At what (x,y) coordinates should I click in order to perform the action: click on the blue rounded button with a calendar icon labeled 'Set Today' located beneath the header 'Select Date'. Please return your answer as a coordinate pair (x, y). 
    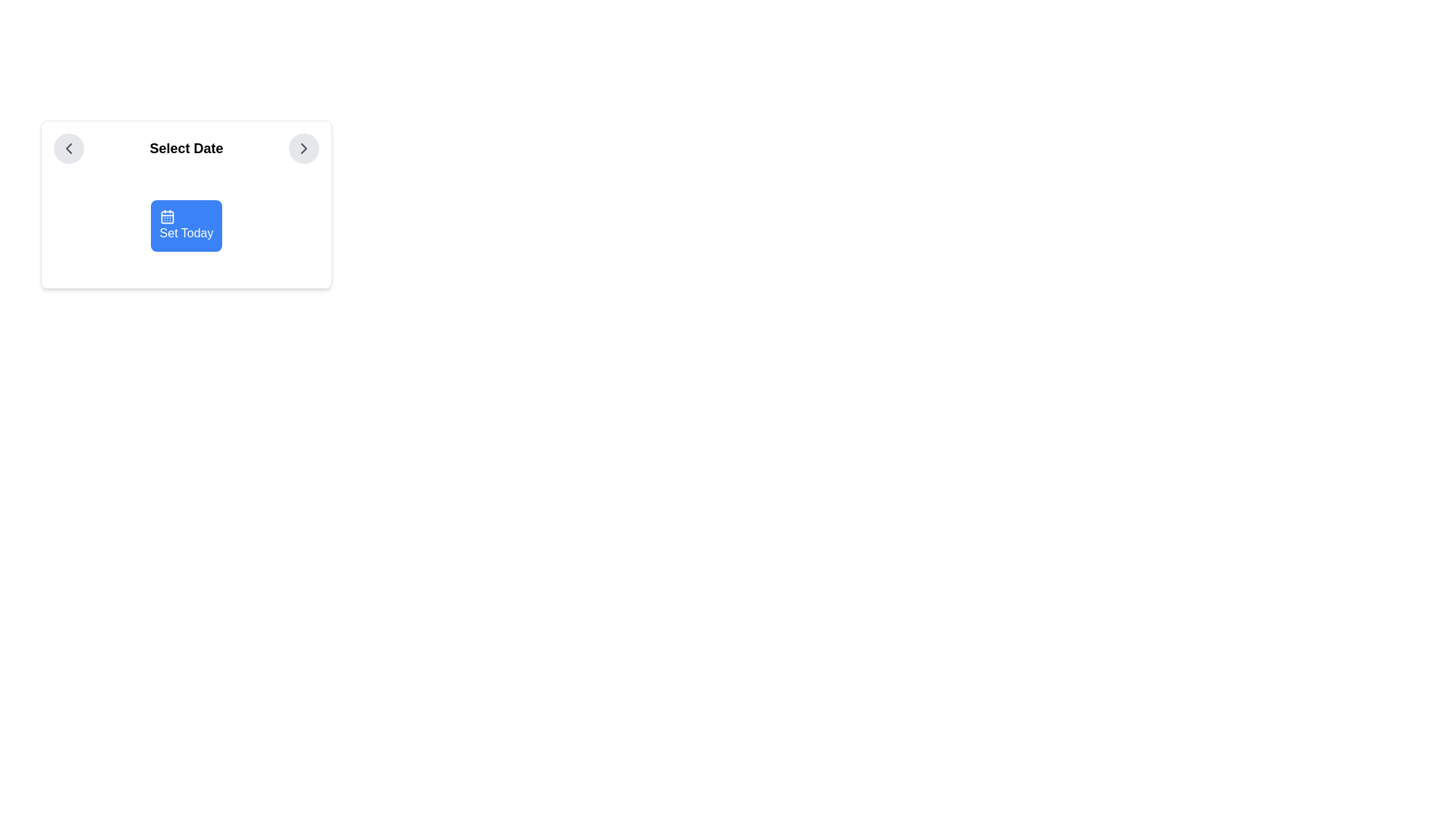
    Looking at the image, I should click on (185, 225).